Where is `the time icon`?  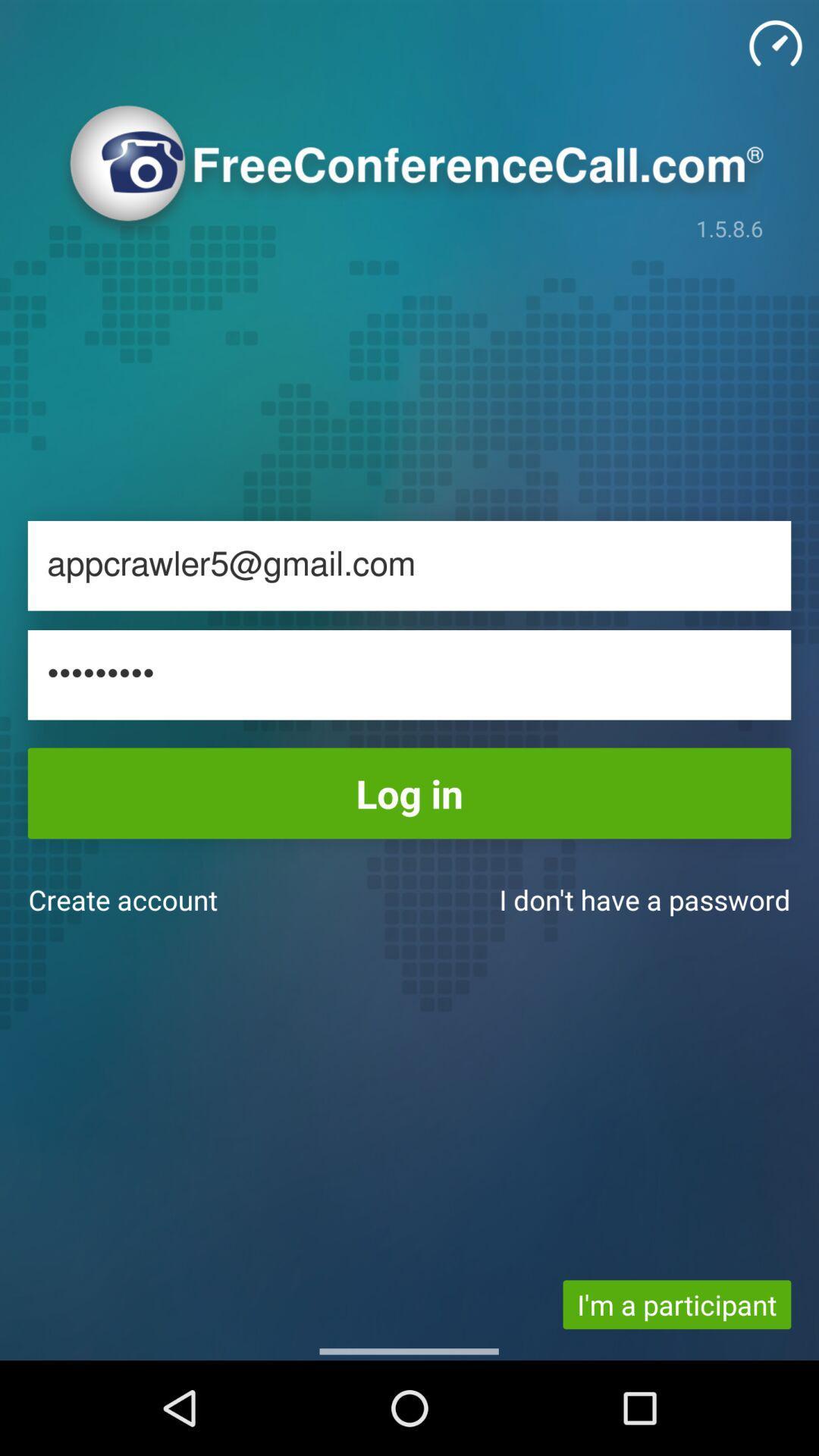 the time icon is located at coordinates (775, 43).